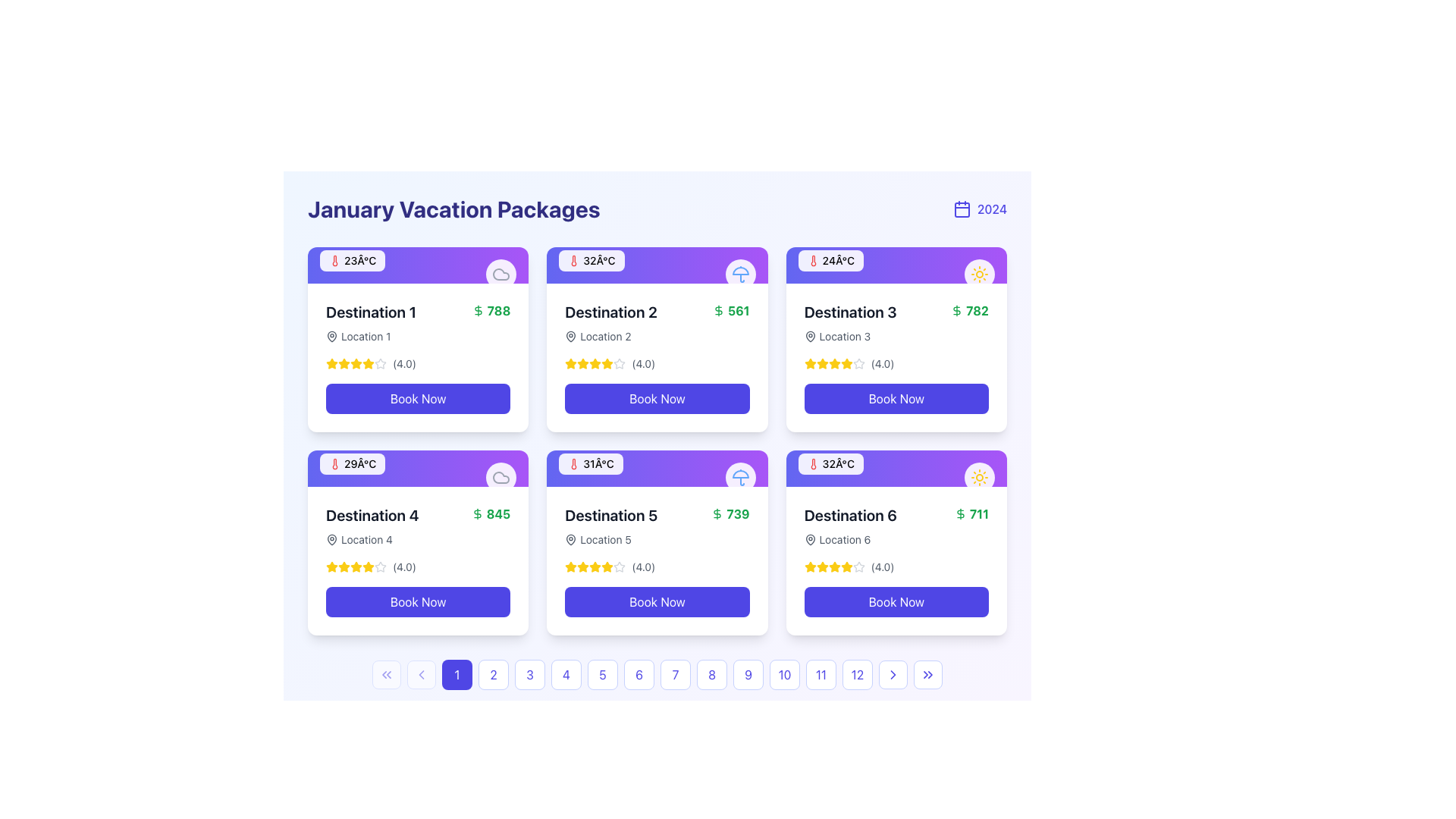 Image resolution: width=1456 pixels, height=819 pixels. I want to click on the informational text indicating the location associated with the travel package 'Destination 1', located beneath the 'Destination 1' heading and to the right of the map pin icon, so click(366, 335).